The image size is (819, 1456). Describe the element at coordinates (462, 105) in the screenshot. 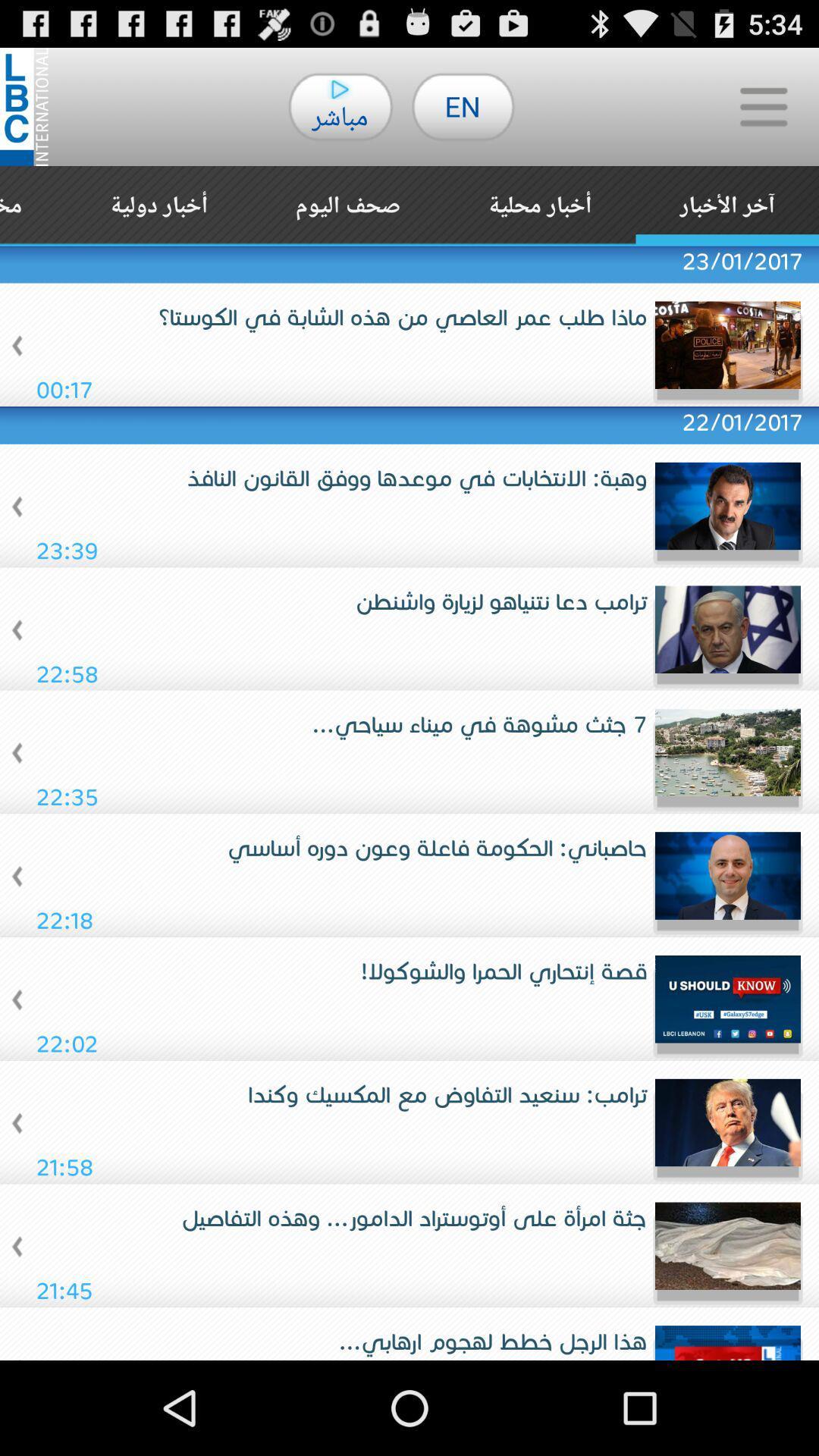

I see `the en button` at that location.